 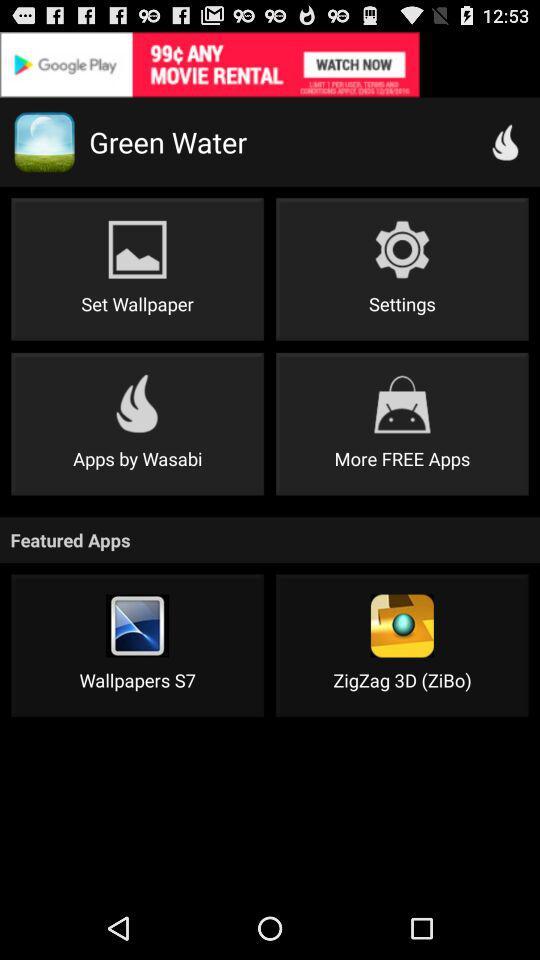 I want to click on for advertisement, so click(x=270, y=64).